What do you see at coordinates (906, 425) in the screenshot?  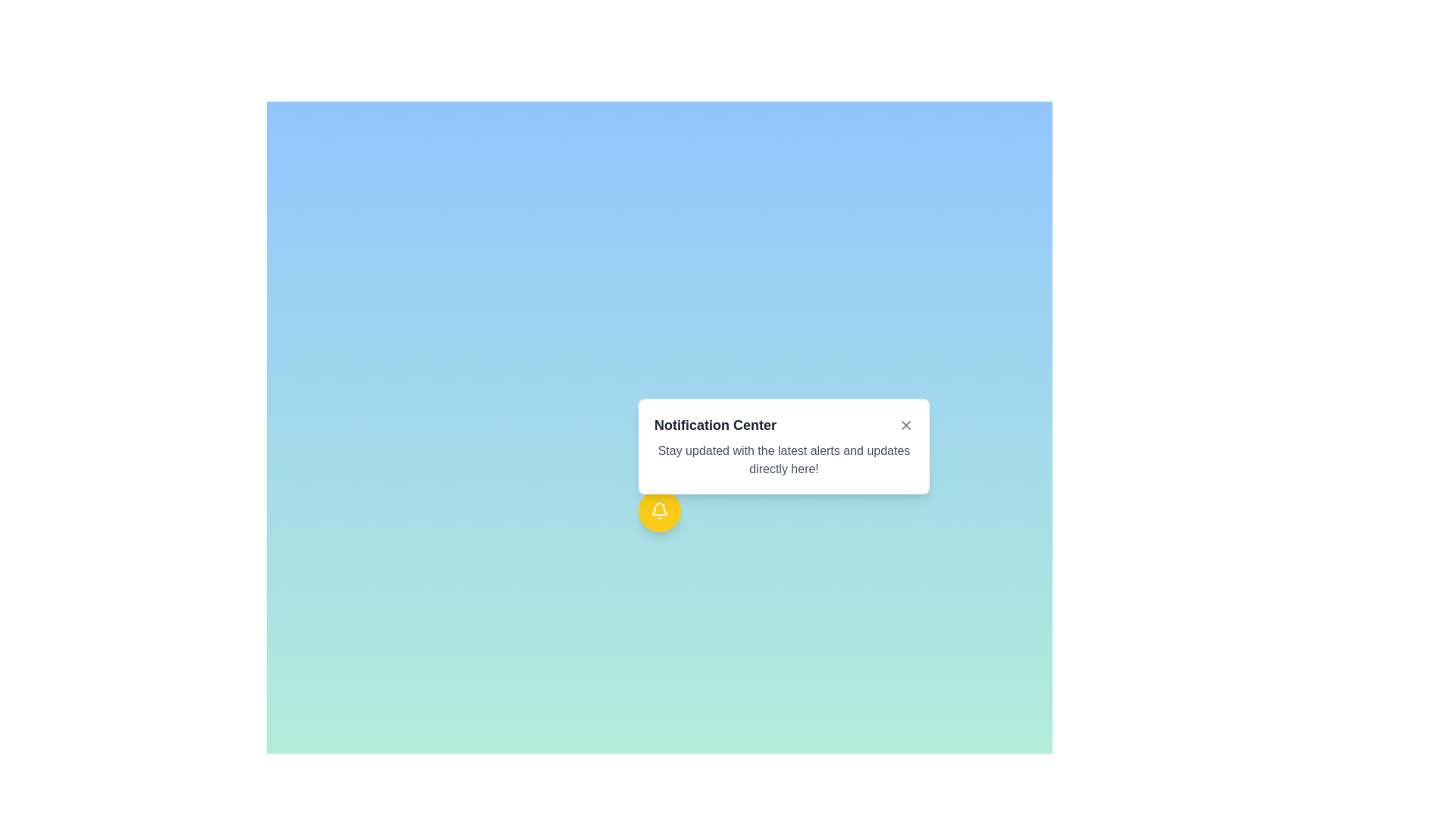 I see `the Close button icon, represented as a diagonal cross in the top-right corner of the notification card` at bounding box center [906, 425].